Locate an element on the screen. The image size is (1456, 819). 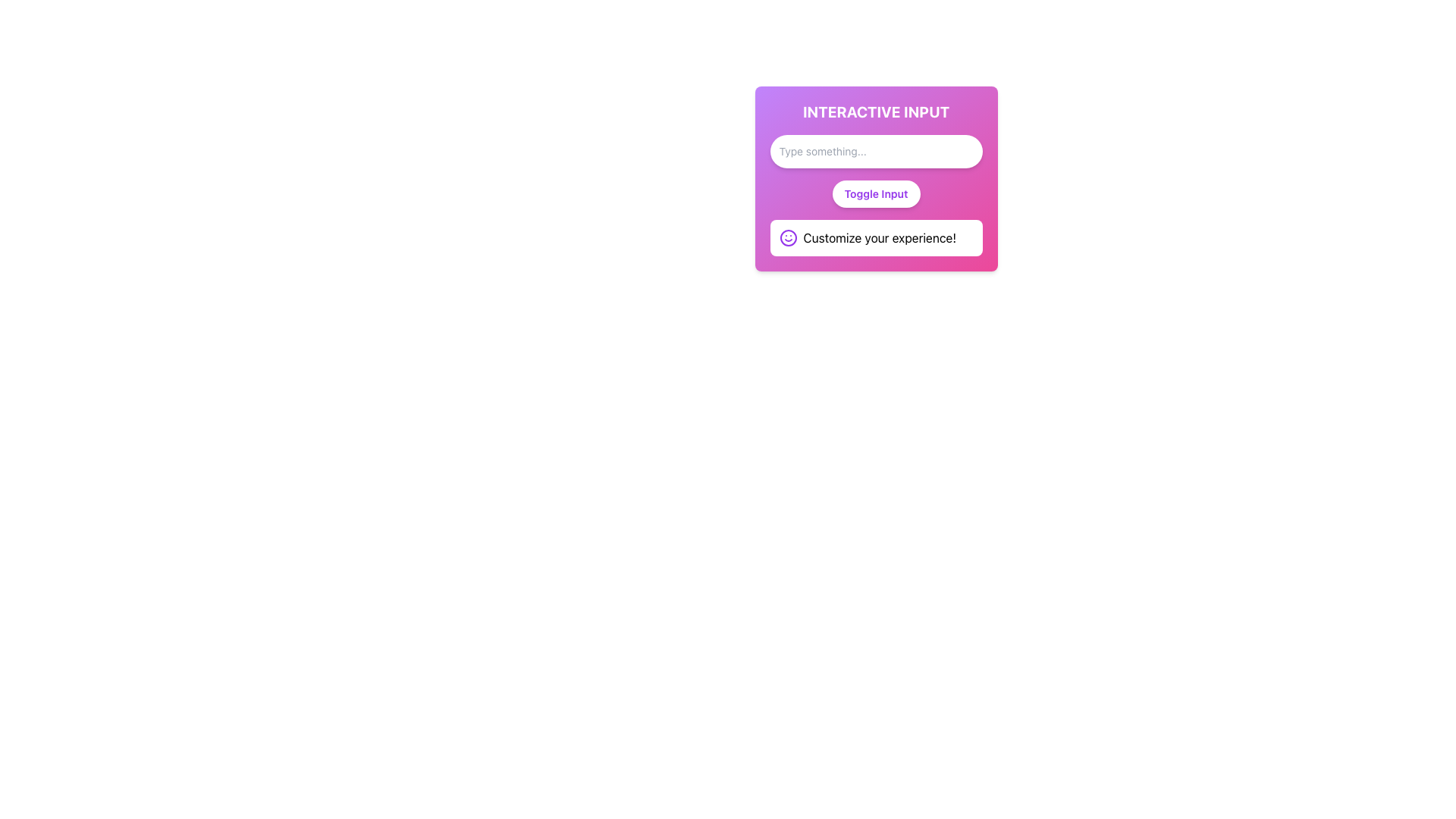
the 'Toggle Input' button, which has a white background and purple text is located at coordinates (876, 193).